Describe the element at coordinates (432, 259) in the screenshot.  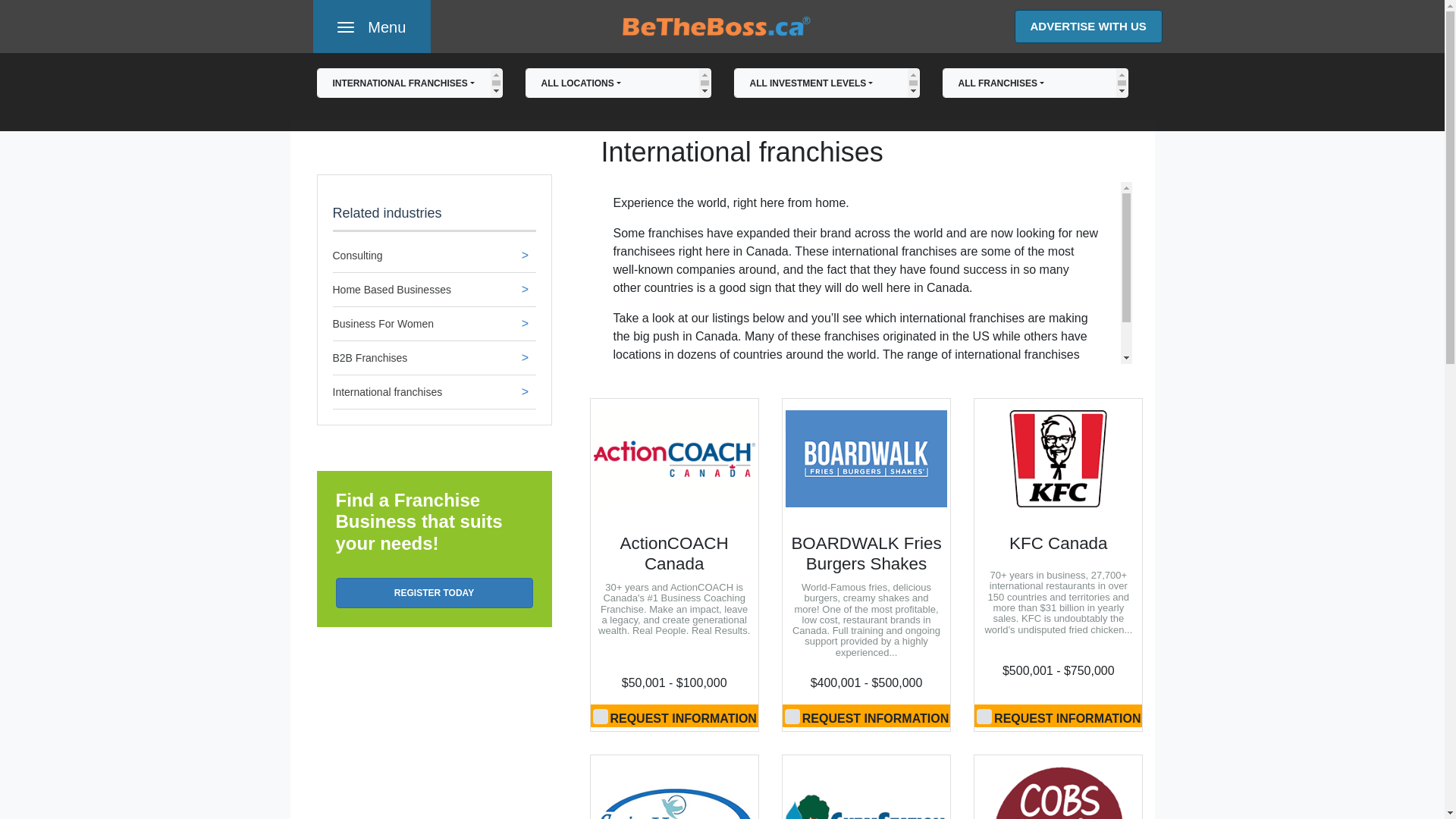
I see `'Consulting` at that location.